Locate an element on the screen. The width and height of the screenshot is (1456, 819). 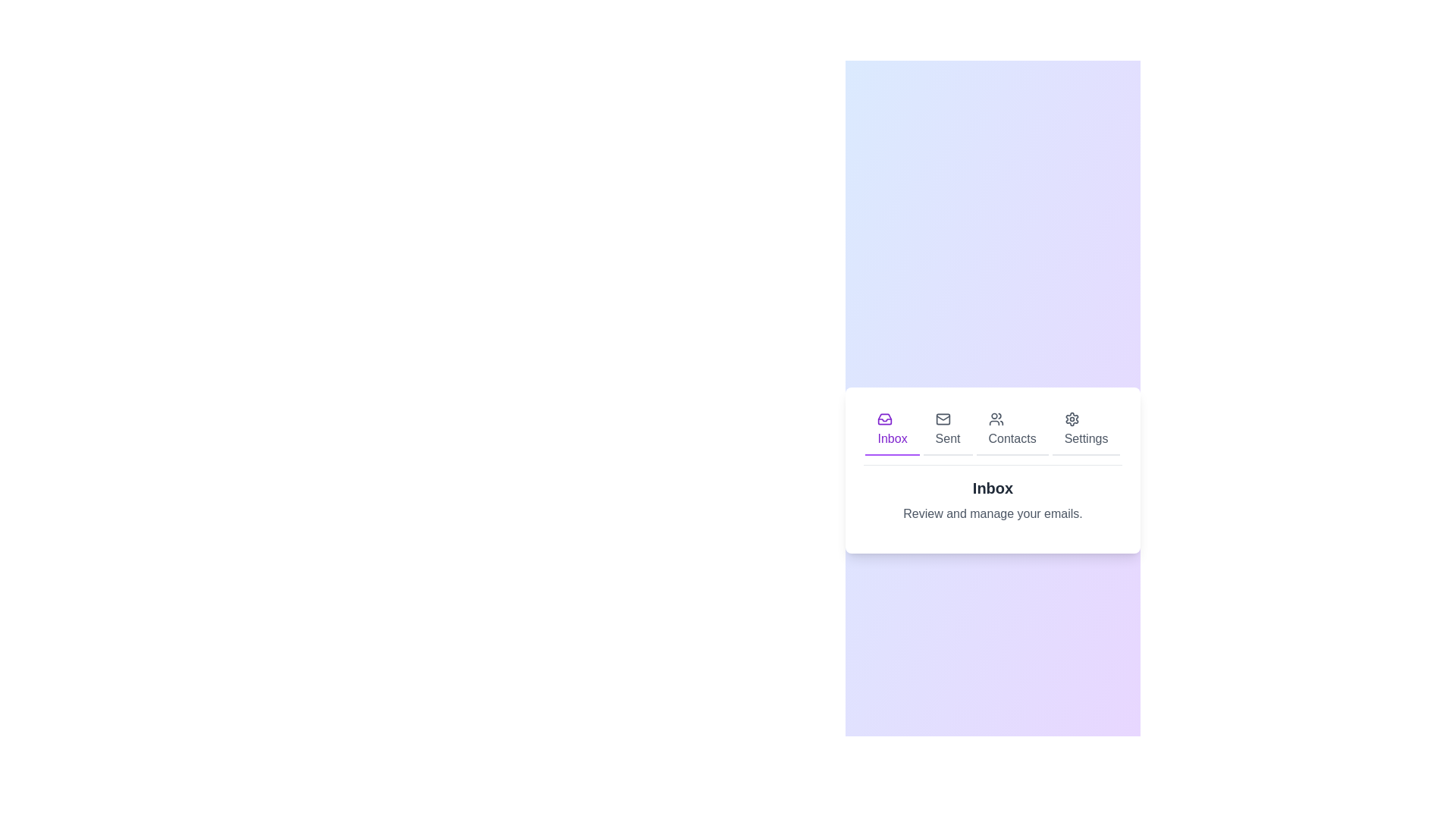
the tab labeled 'Inbox' to view its content is located at coordinates (892, 430).